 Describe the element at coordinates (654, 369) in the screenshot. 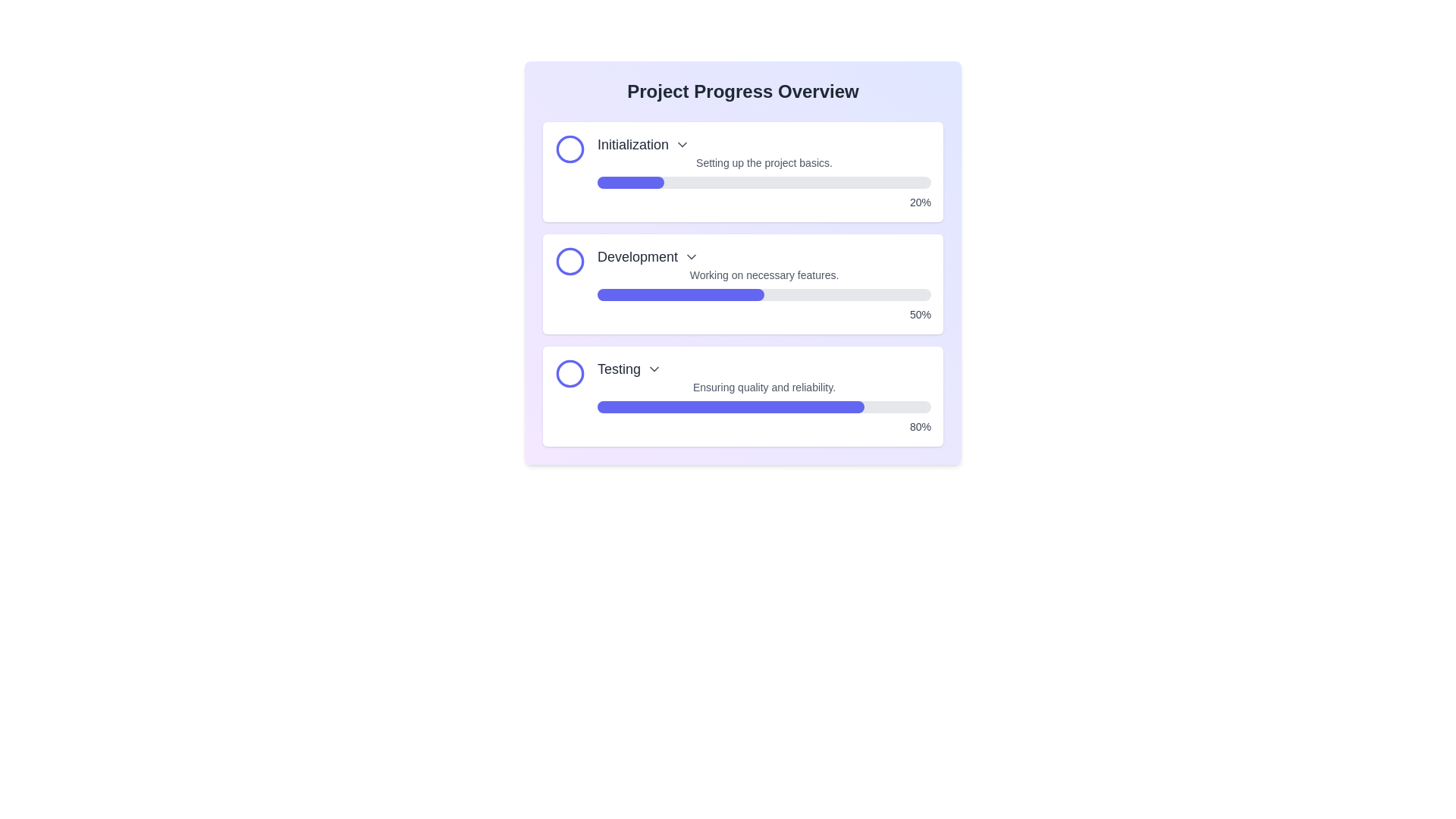

I see `the icon located next to the text 'Testing' in the 'Testing' section` at that location.